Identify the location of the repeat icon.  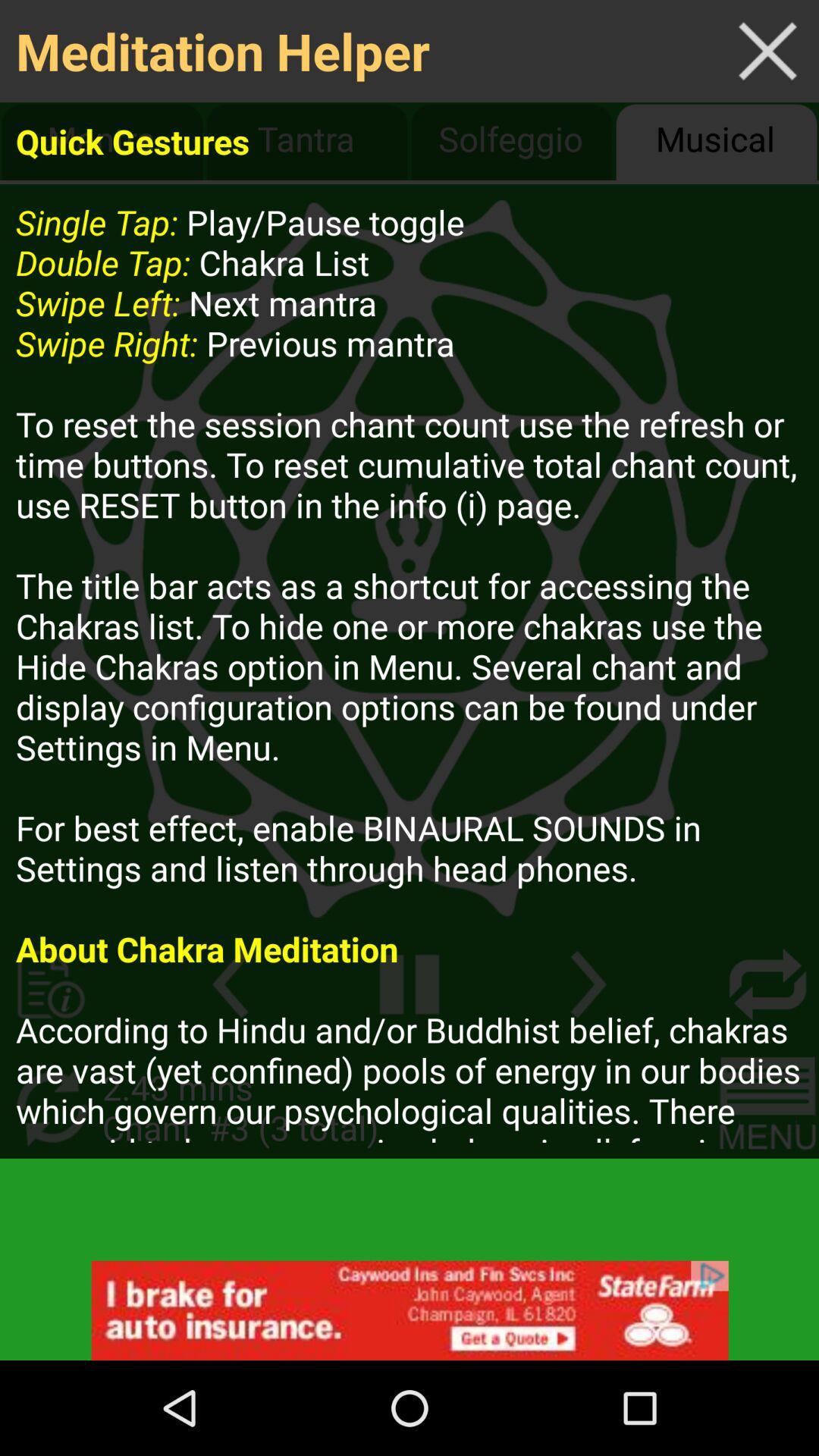
(767, 1053).